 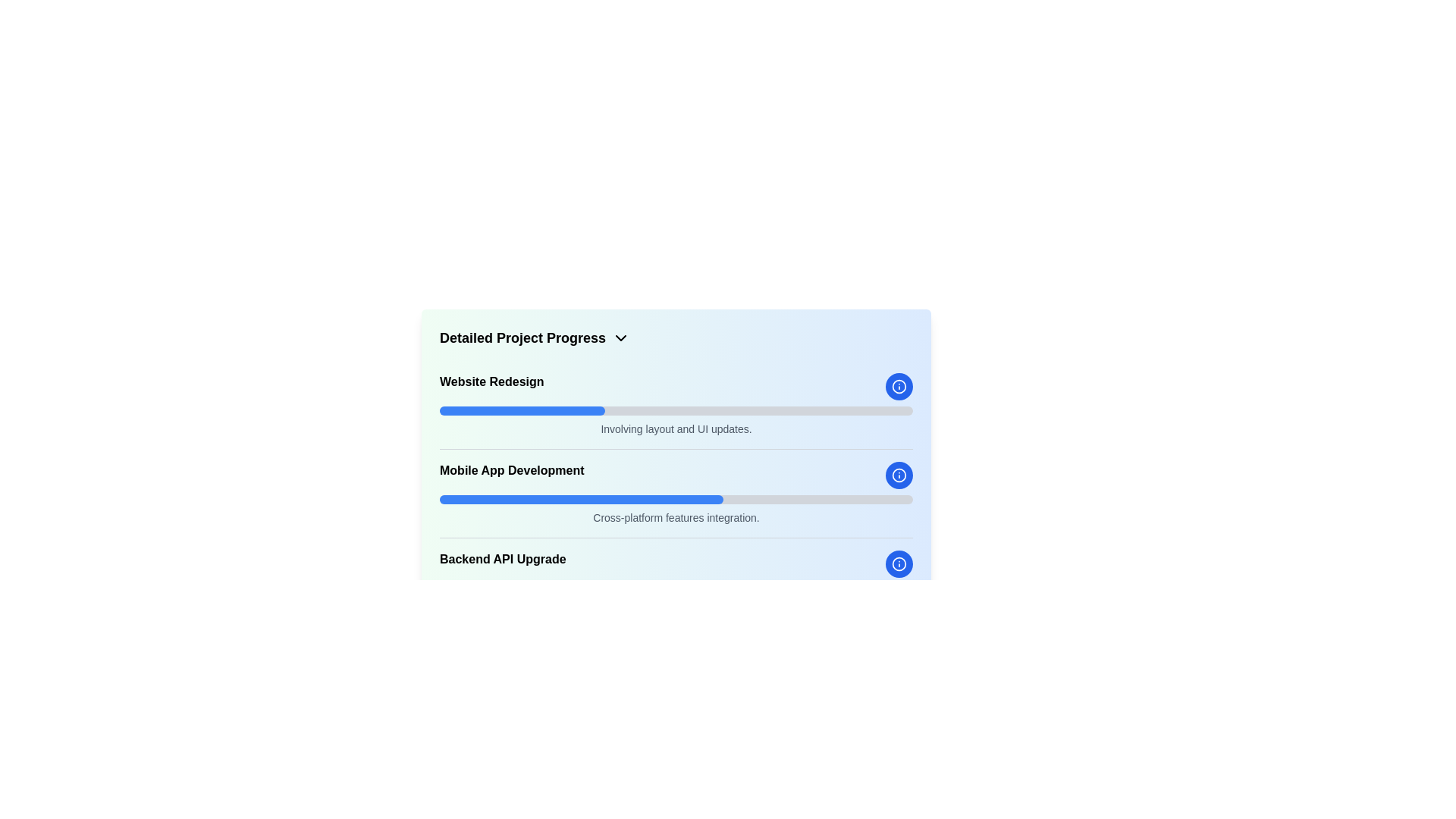 I want to click on progress bar value, so click(x=841, y=500).